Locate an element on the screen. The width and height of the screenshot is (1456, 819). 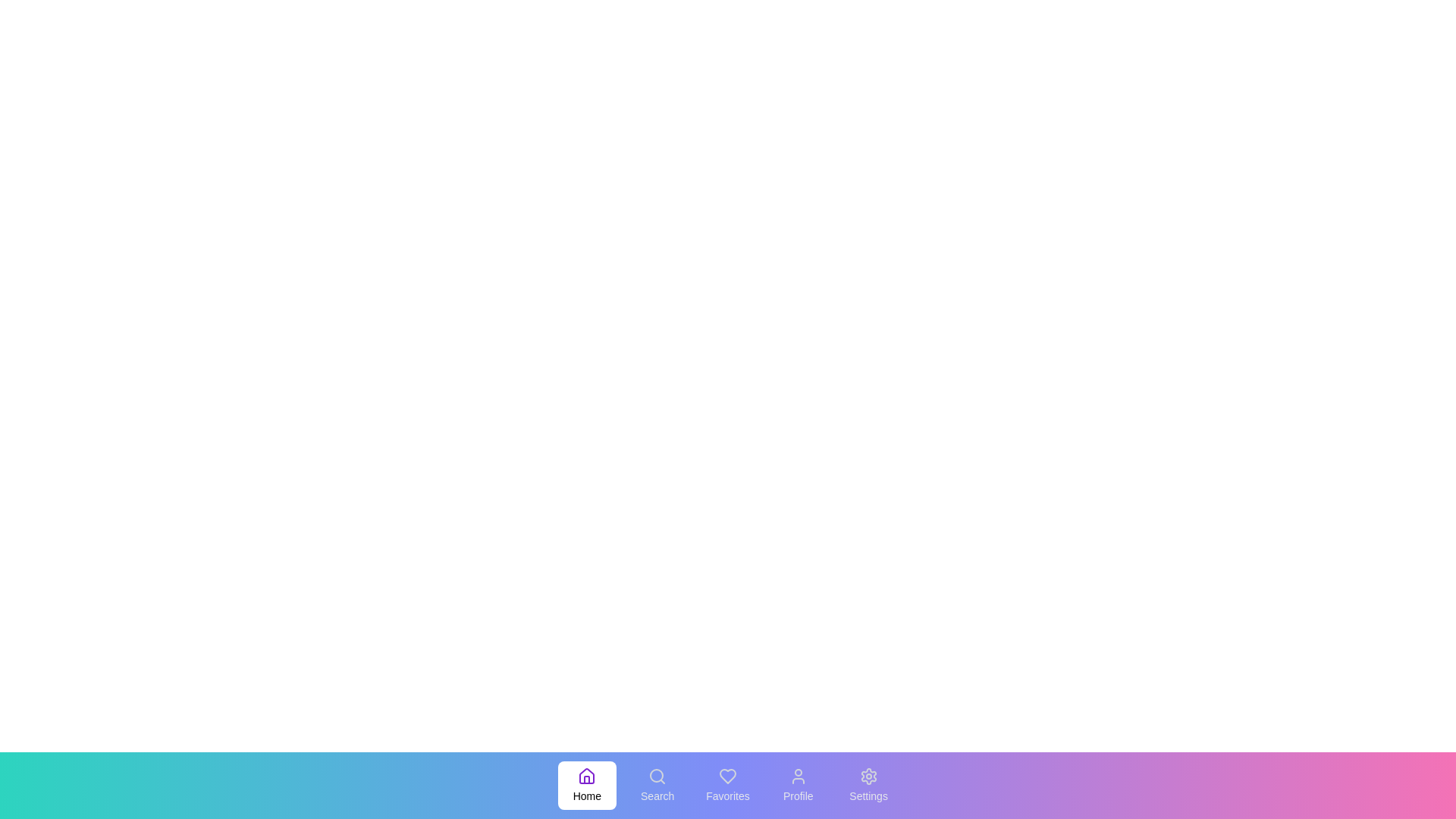
the menu item Profile by clicking on it is located at coordinates (797, 785).